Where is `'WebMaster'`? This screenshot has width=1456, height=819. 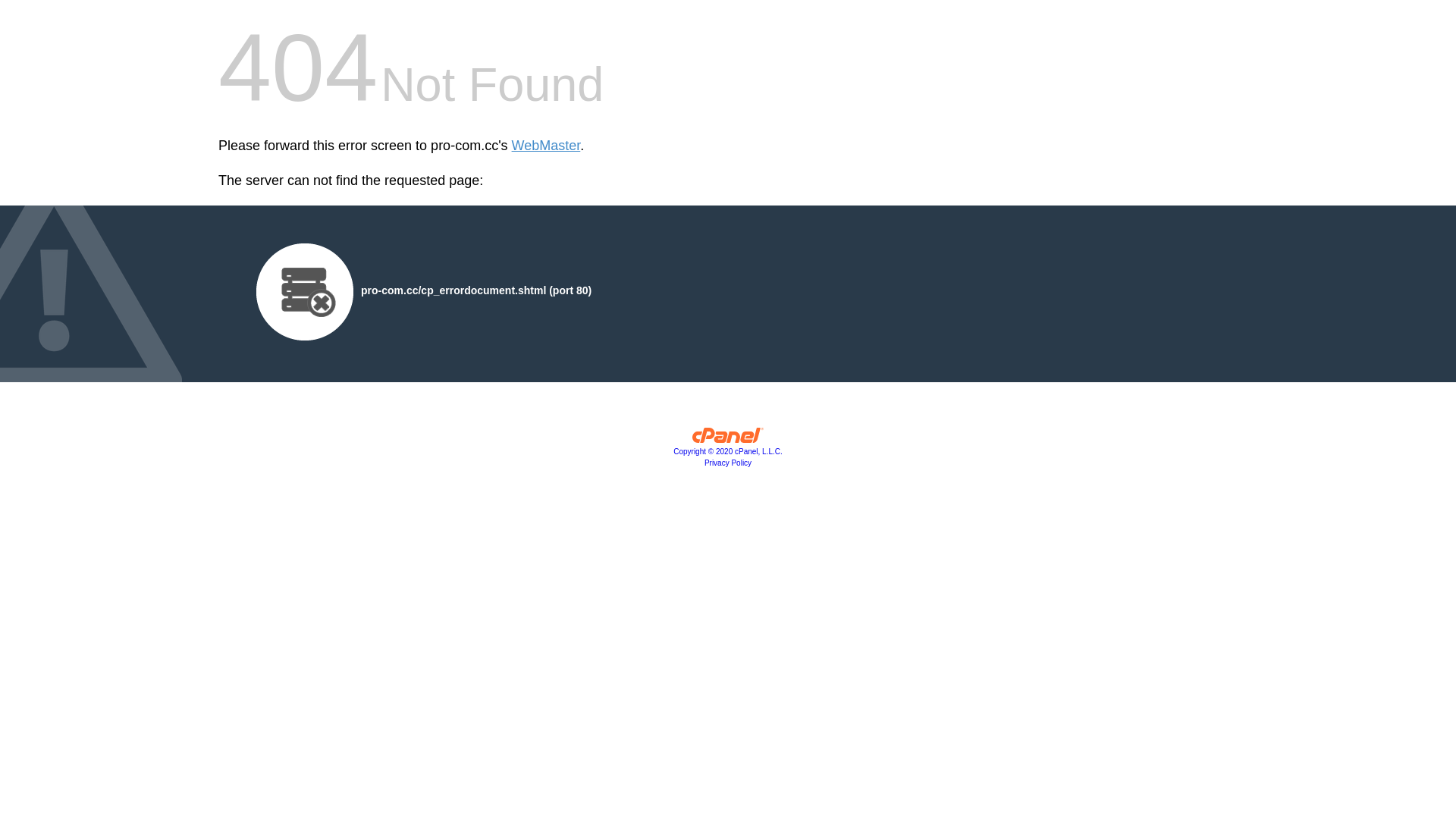 'WebMaster' is located at coordinates (546, 146).